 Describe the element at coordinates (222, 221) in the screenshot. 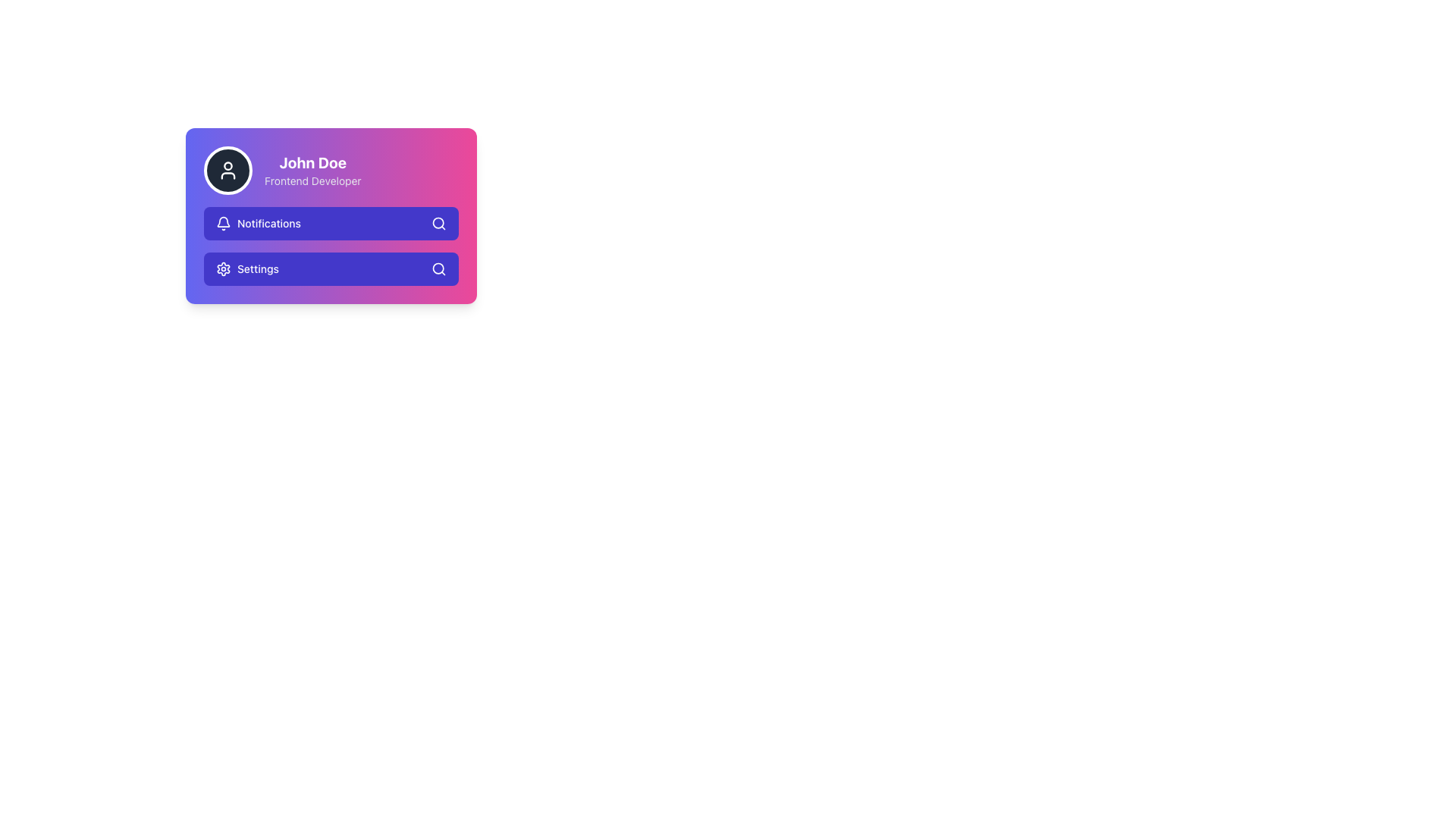

I see `the notification icon located in the top action section of the rectangular card interface, adjacent to the text 'Notifications', to interact with it` at that location.